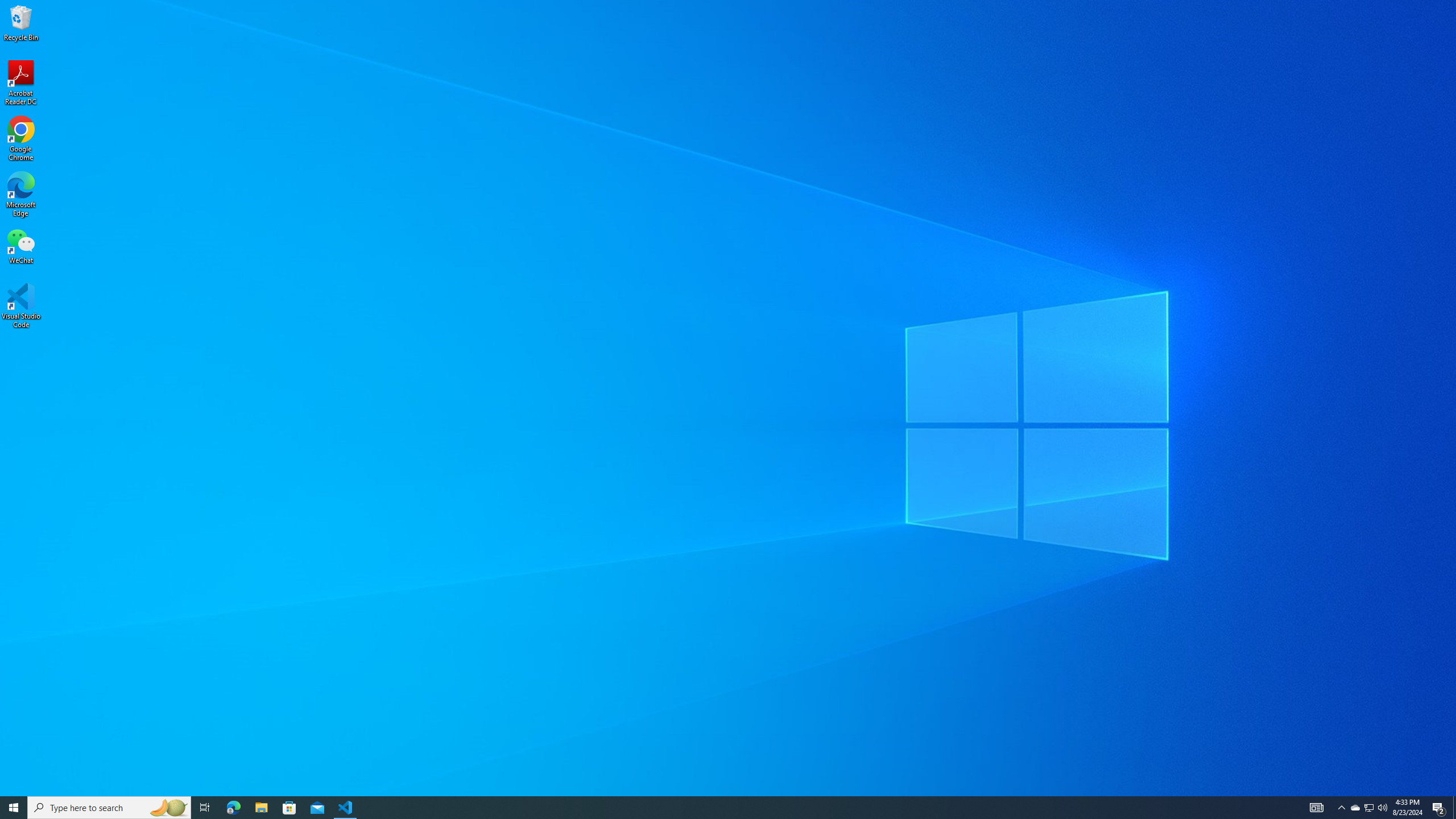  I want to click on 'Recycle Bin', so click(20, 22).